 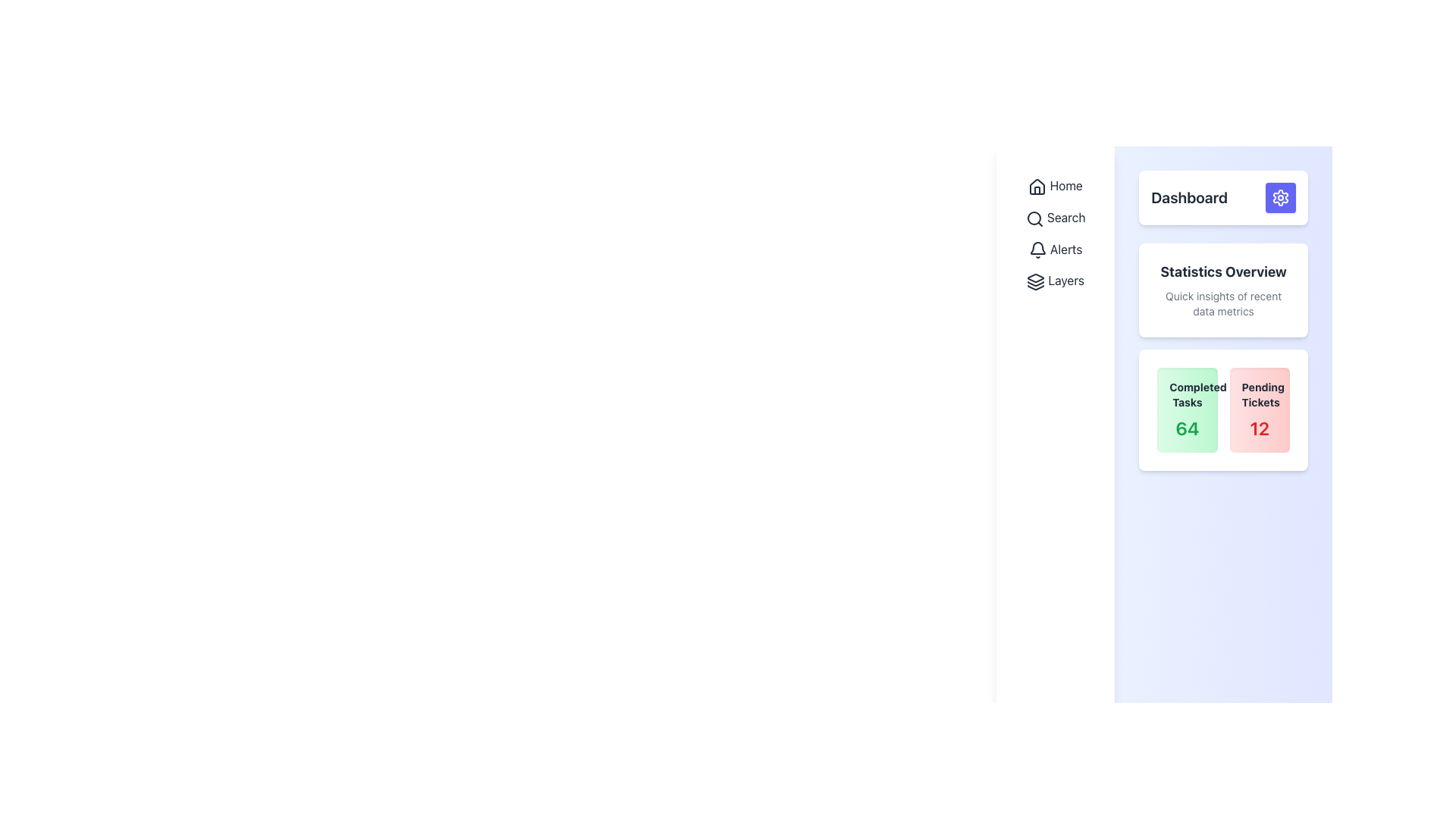 I want to click on the 'Completed Tasks' label, which is styled in bold and smaller font within a light green gradient card in the 'Statistics Overview' section of the dashboard, so click(x=1186, y=394).